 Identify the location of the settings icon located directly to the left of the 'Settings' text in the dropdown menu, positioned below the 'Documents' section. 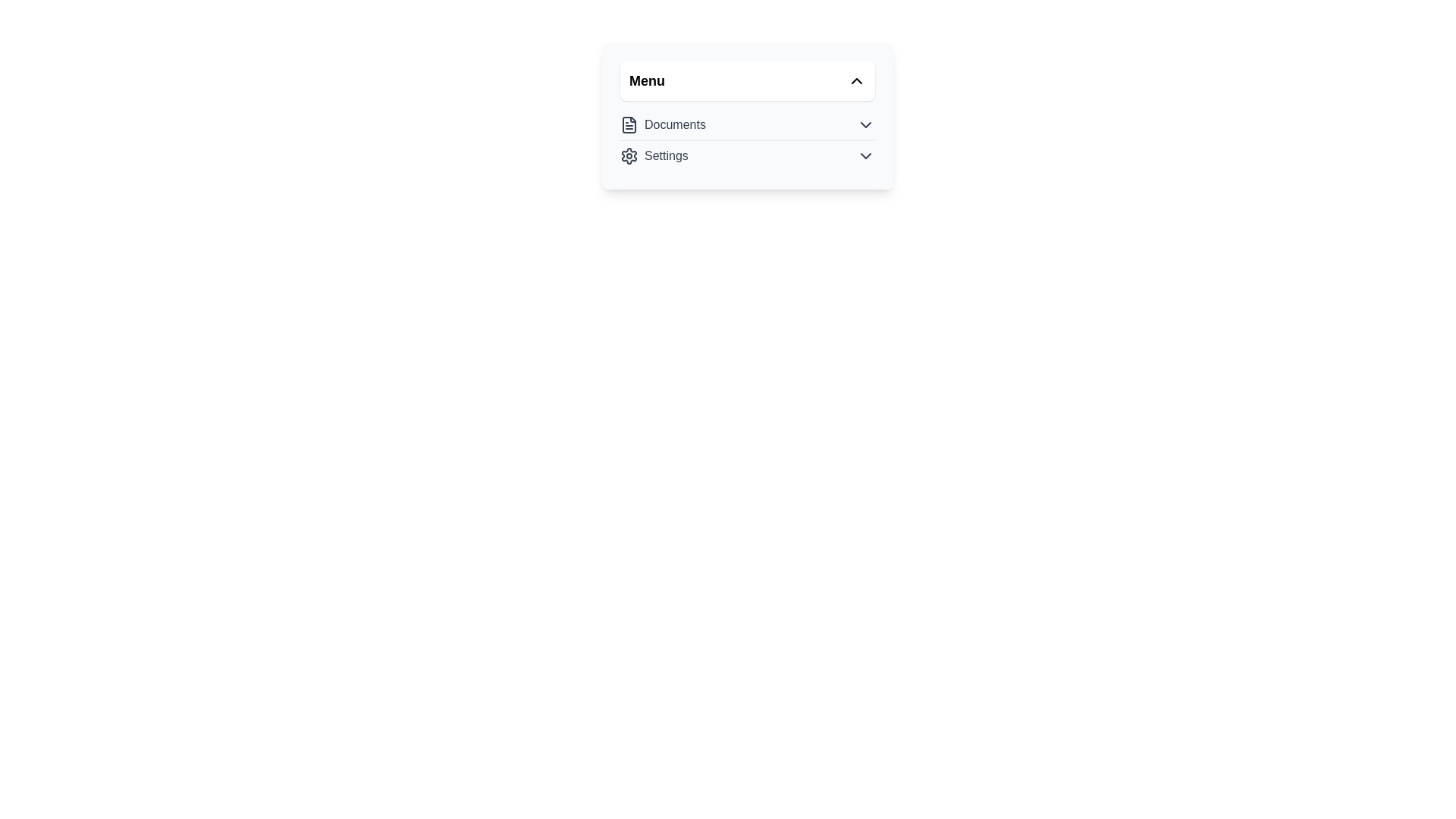
(629, 155).